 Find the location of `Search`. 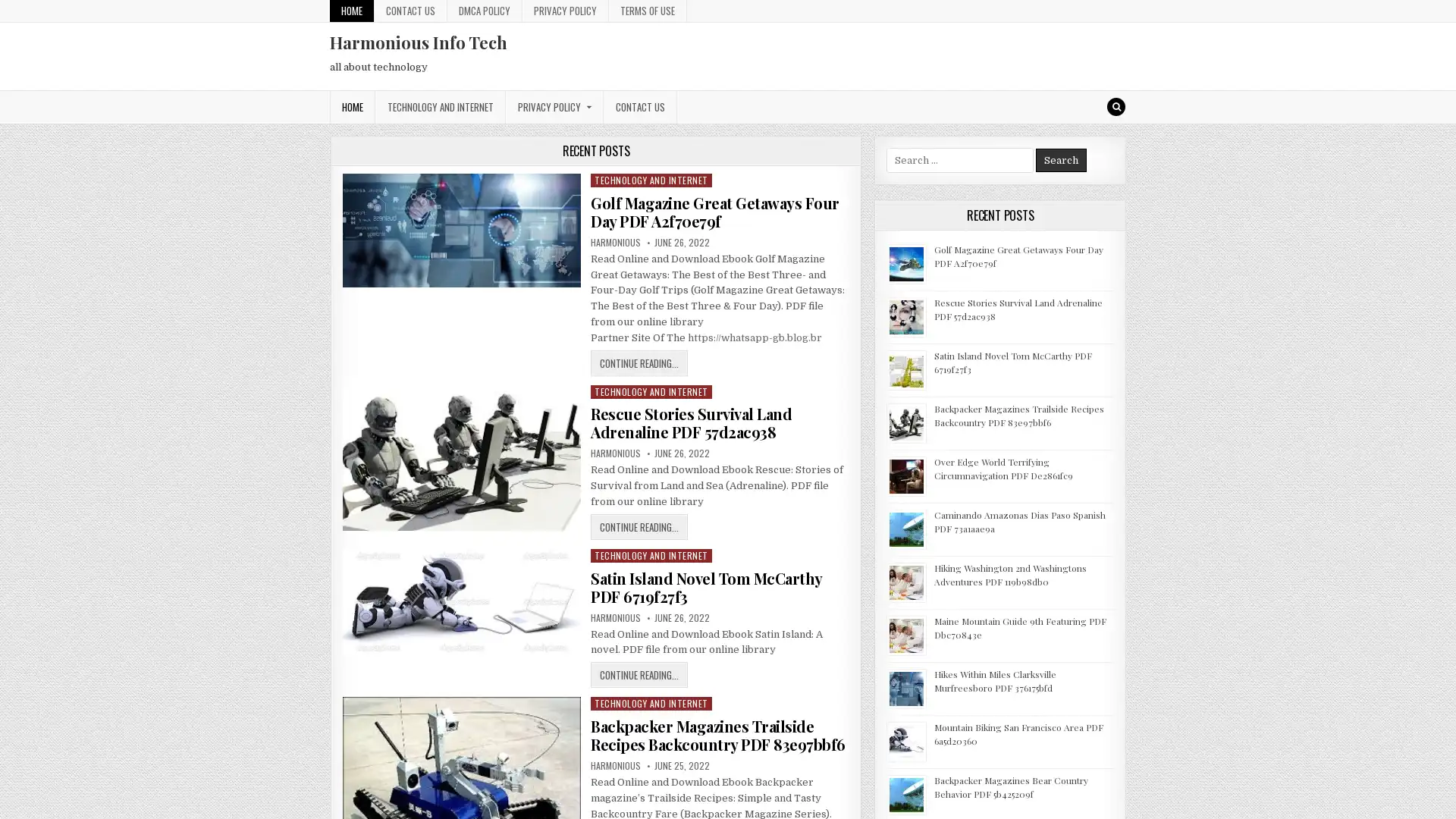

Search is located at coordinates (1060, 160).